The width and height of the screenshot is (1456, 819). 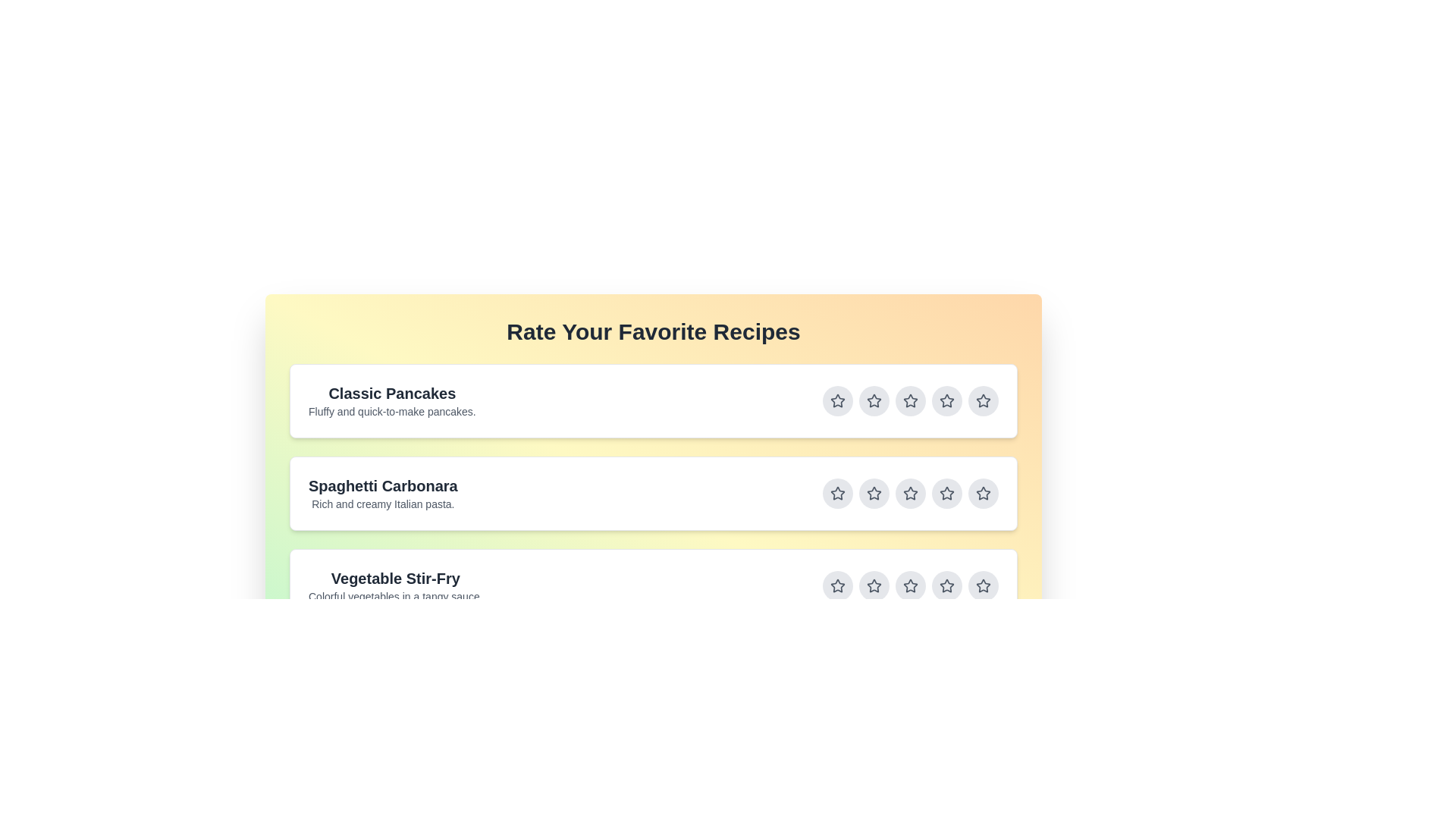 What do you see at coordinates (874, 494) in the screenshot?
I see `the star button corresponding to 2 stars for the recipe titled Spaghetti Carbonara` at bounding box center [874, 494].